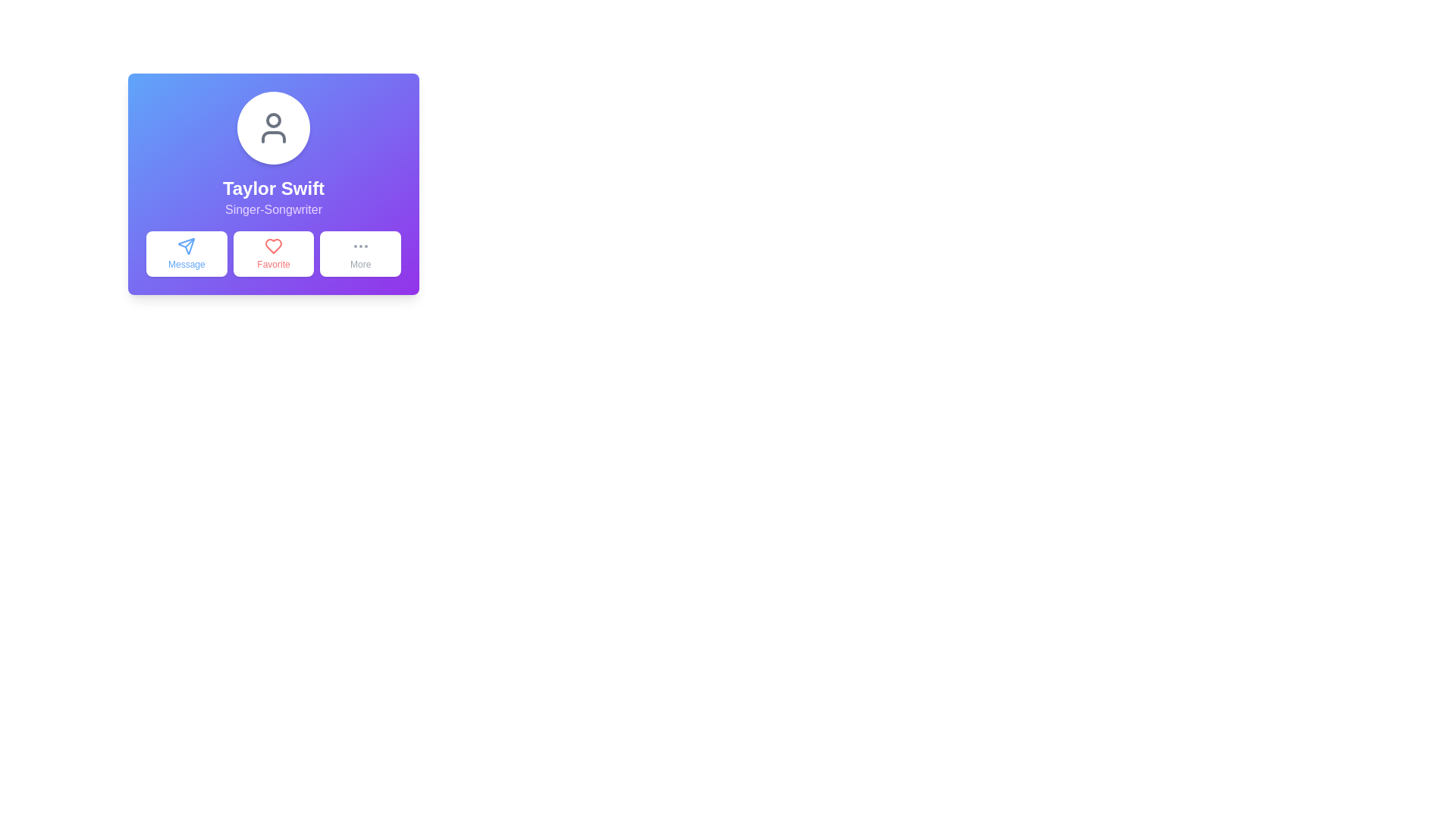  What do you see at coordinates (359, 253) in the screenshot?
I see `the user profile options button located at the bottom right of the group of three buttons (Message, Favorite, Options) by moving the keyboard navigation to it` at bounding box center [359, 253].